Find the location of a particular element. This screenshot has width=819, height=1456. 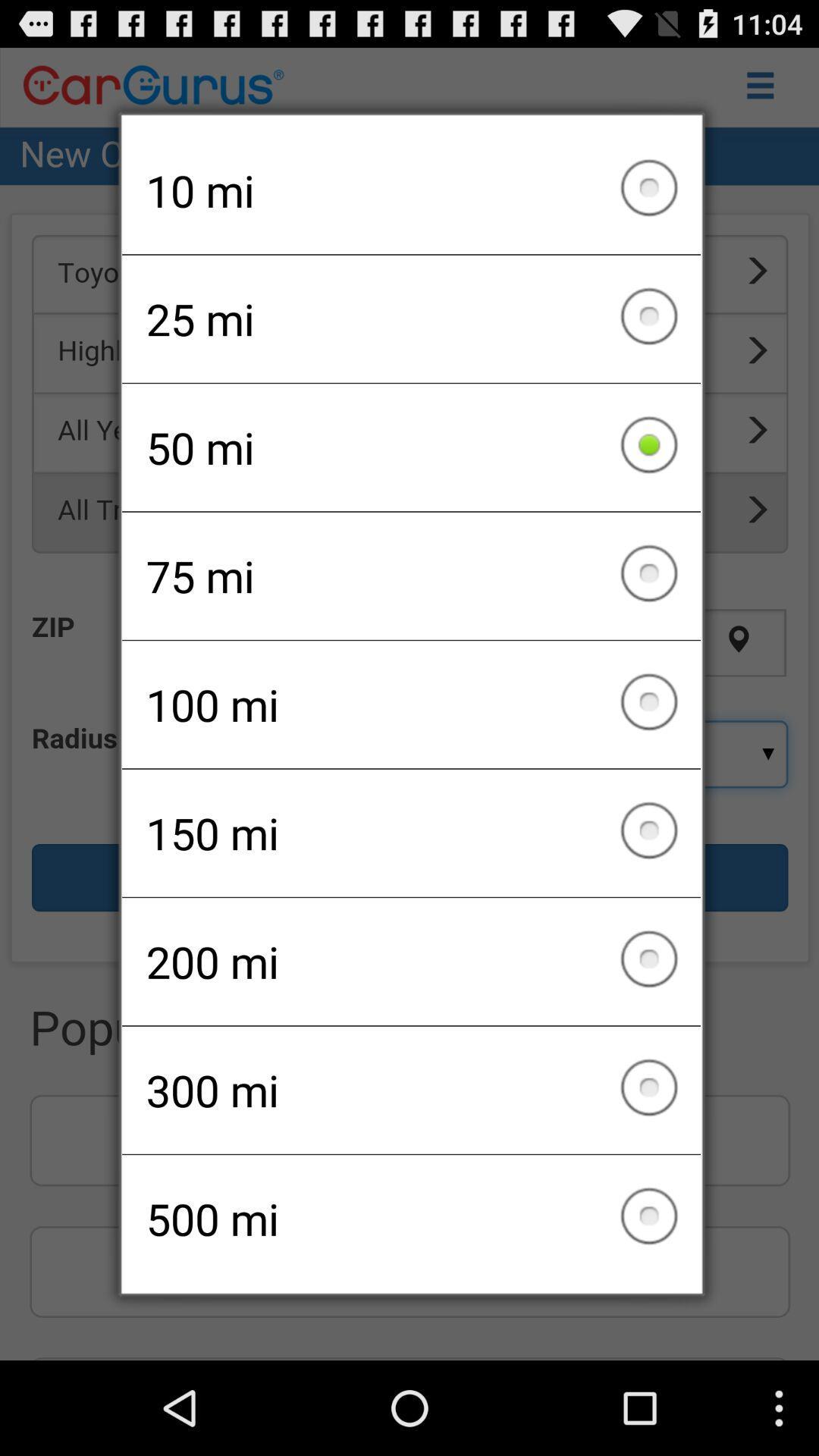

the 25 mi checkbox is located at coordinates (411, 318).